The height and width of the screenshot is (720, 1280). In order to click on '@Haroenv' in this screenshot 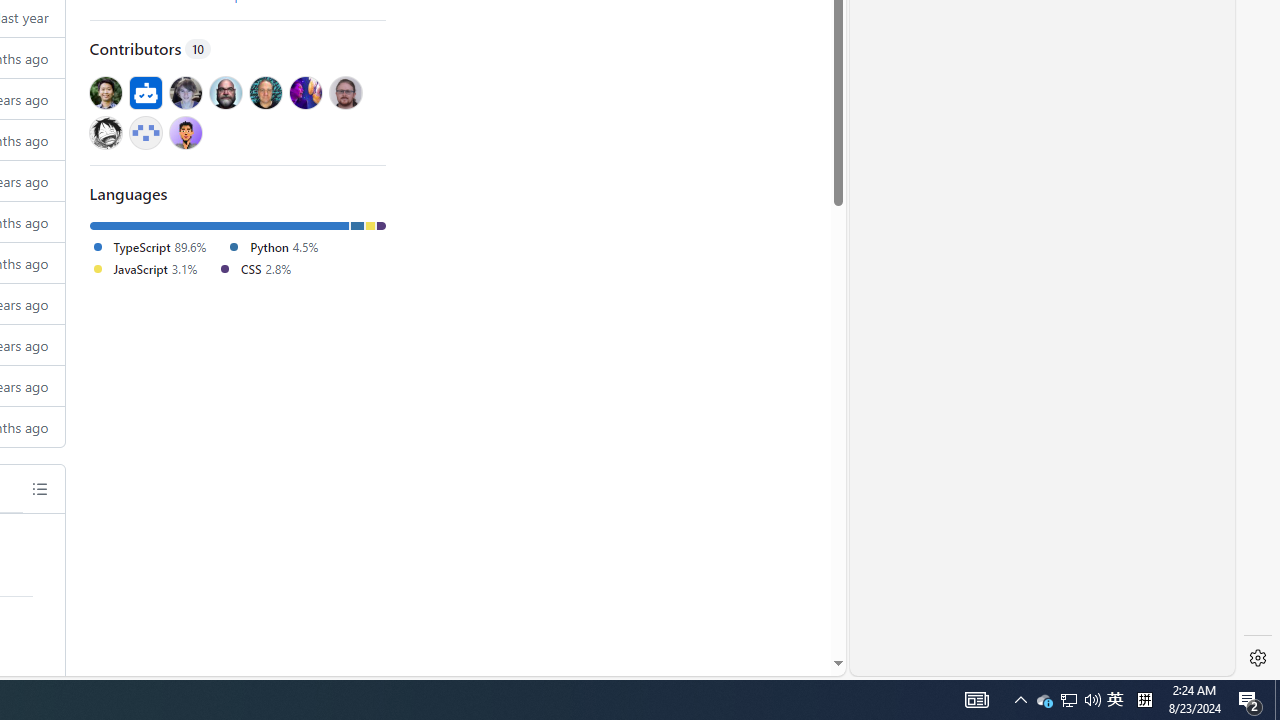, I will do `click(304, 92)`.